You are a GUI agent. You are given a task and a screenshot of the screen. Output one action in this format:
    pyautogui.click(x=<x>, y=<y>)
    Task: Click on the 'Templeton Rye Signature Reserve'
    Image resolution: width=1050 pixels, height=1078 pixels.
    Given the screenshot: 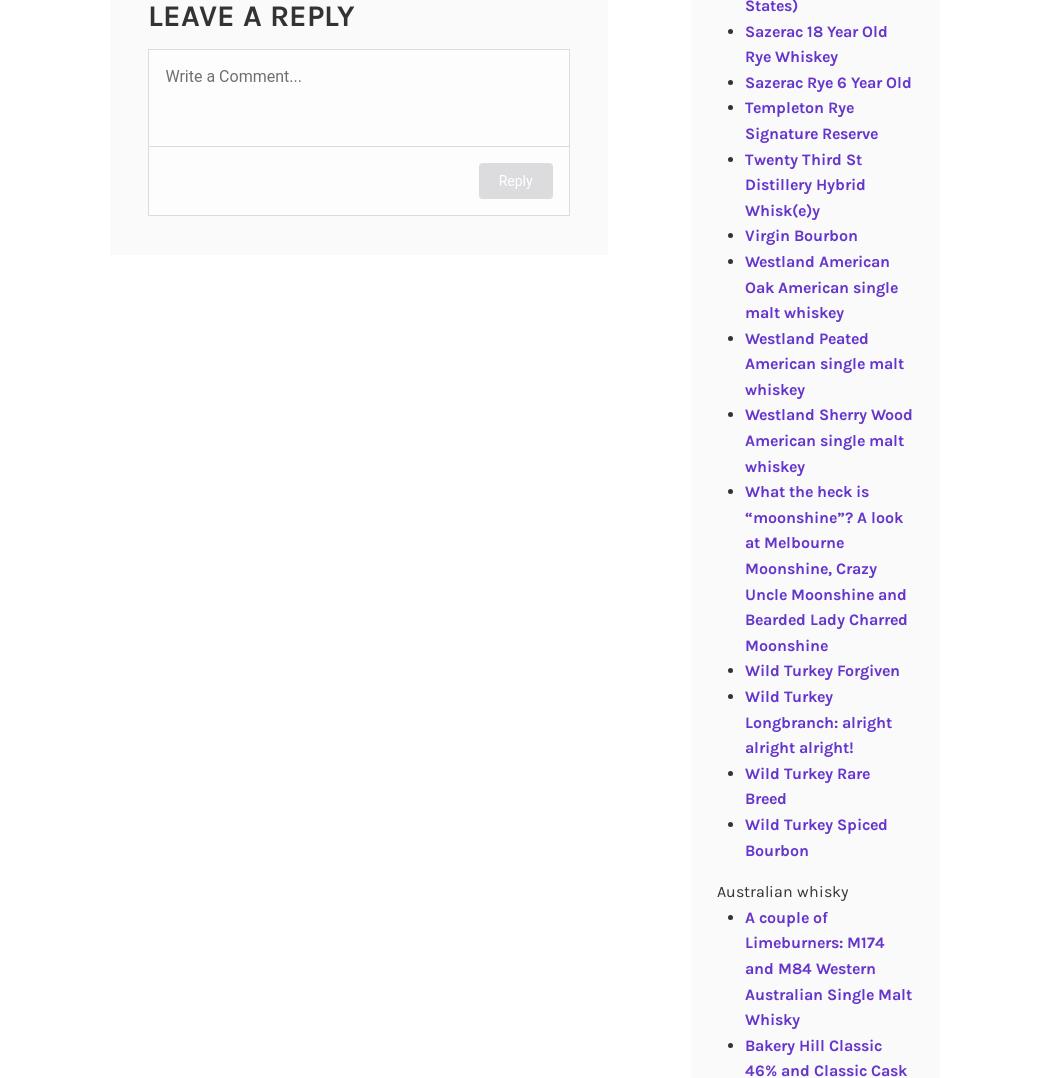 What is the action you would take?
    pyautogui.click(x=743, y=119)
    